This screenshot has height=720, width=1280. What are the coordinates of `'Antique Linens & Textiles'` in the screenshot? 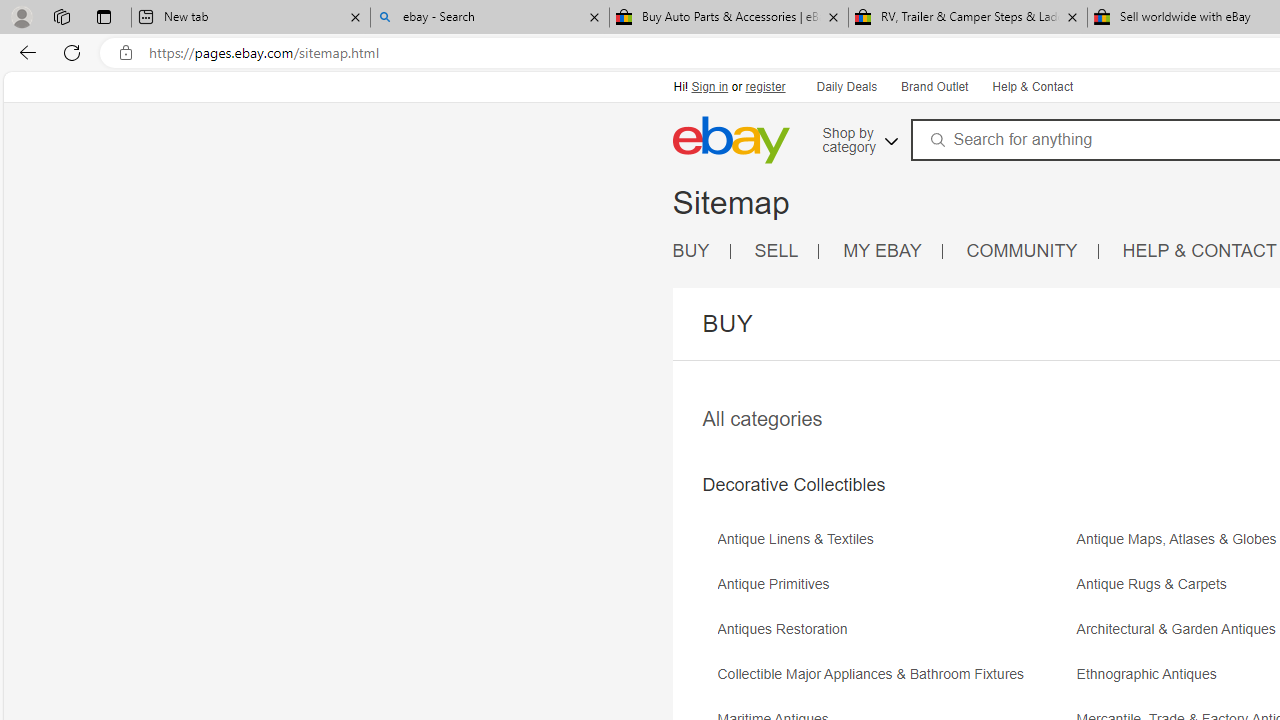 It's located at (800, 538).